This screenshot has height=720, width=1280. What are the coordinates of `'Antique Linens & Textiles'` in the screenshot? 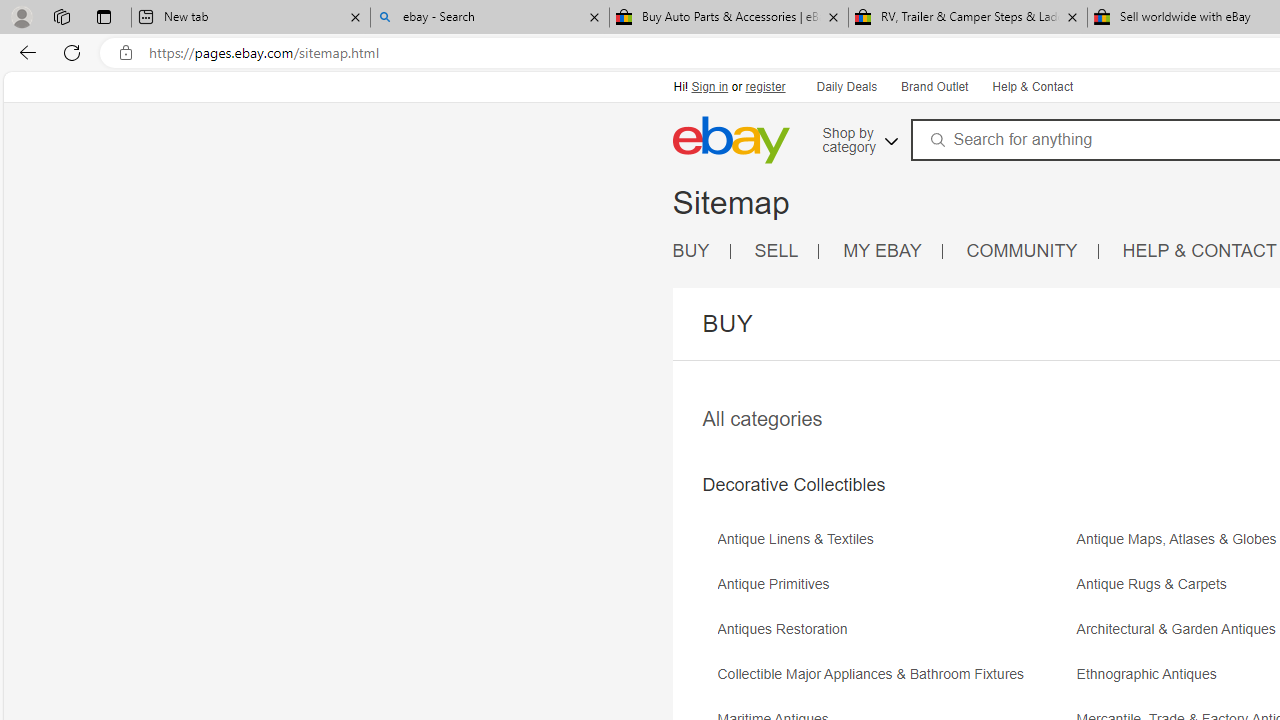 It's located at (800, 538).